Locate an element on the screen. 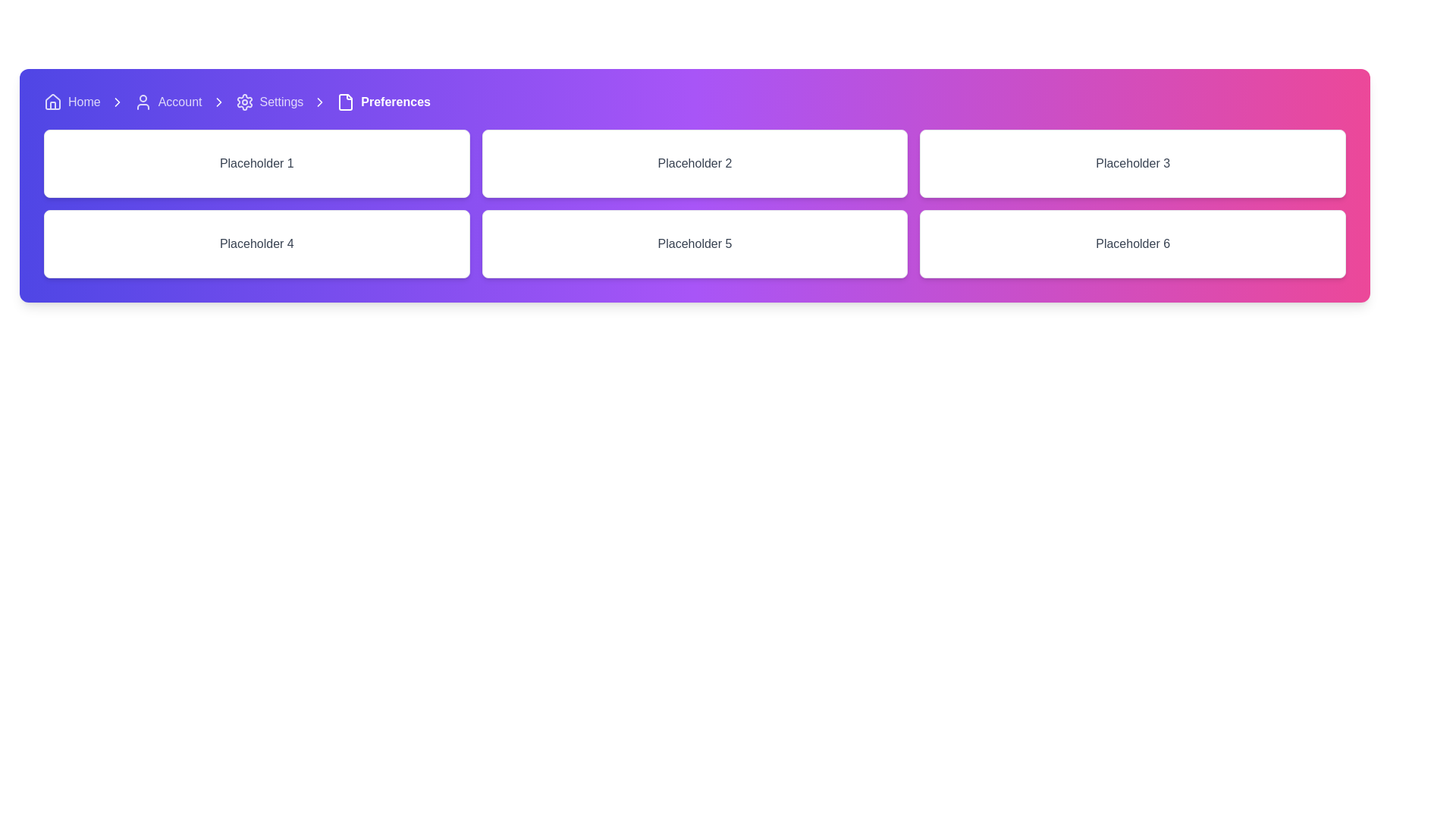  fourth chevron icon in the breadcrumb navigation bar, which indicates hierarchical progression, for its attributes is located at coordinates (319, 102).